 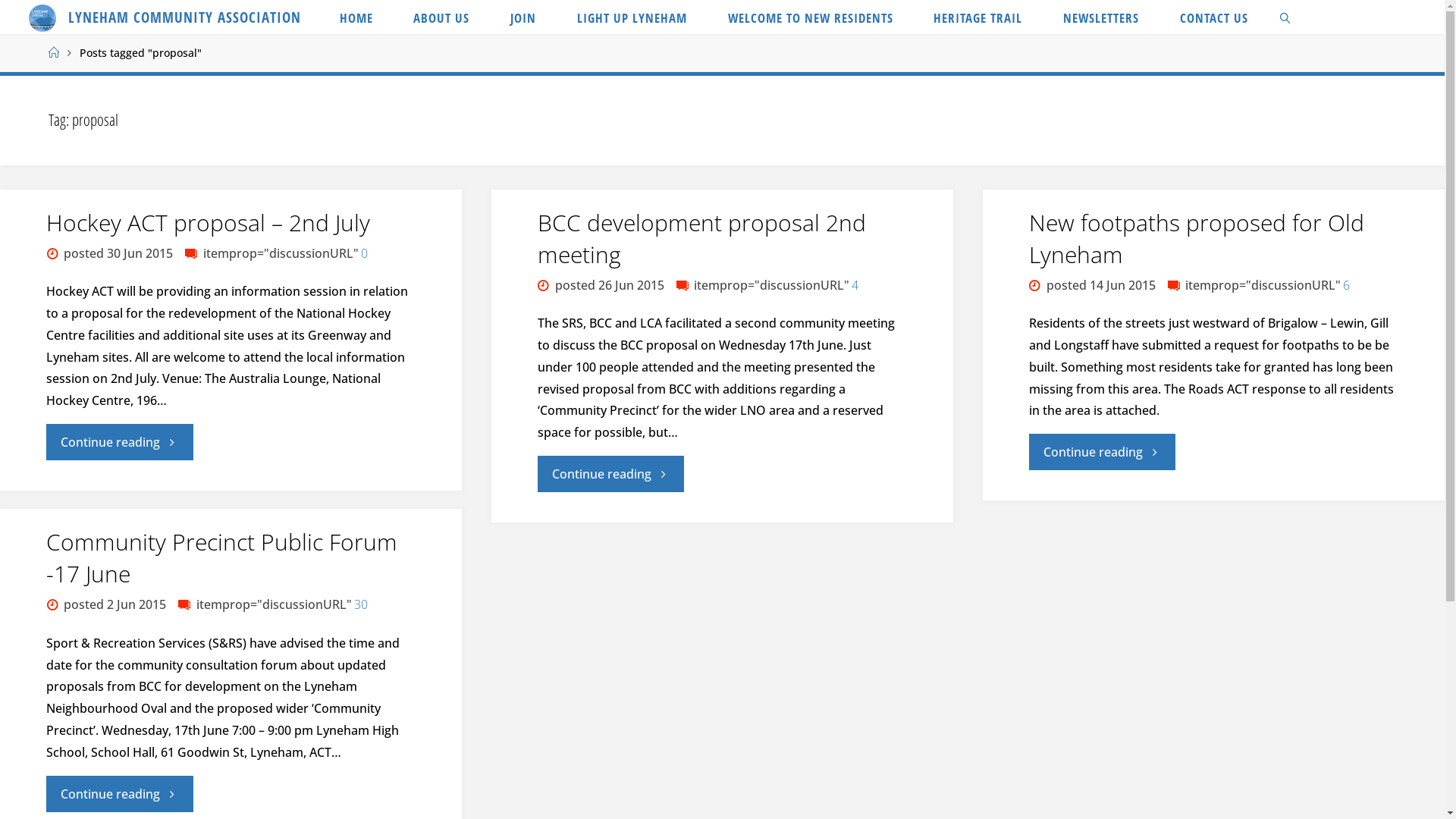 What do you see at coordinates (184, 17) in the screenshot?
I see `'LYNEHAM COMMUNITY ASSOCIATION'` at bounding box center [184, 17].